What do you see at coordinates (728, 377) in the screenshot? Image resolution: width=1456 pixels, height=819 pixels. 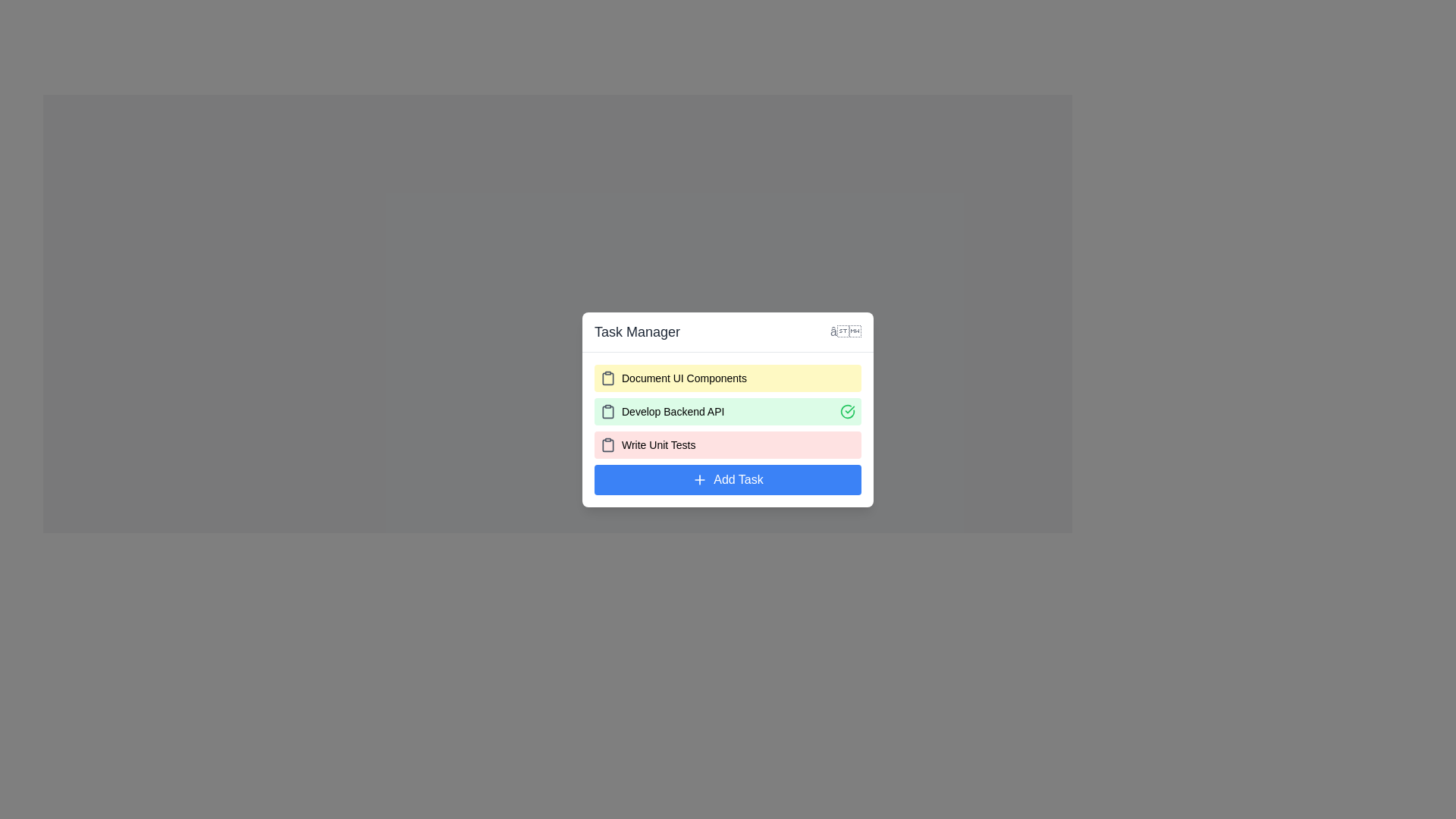 I see `the list item with a yellow background containing the text 'Document UI Components'` at bounding box center [728, 377].